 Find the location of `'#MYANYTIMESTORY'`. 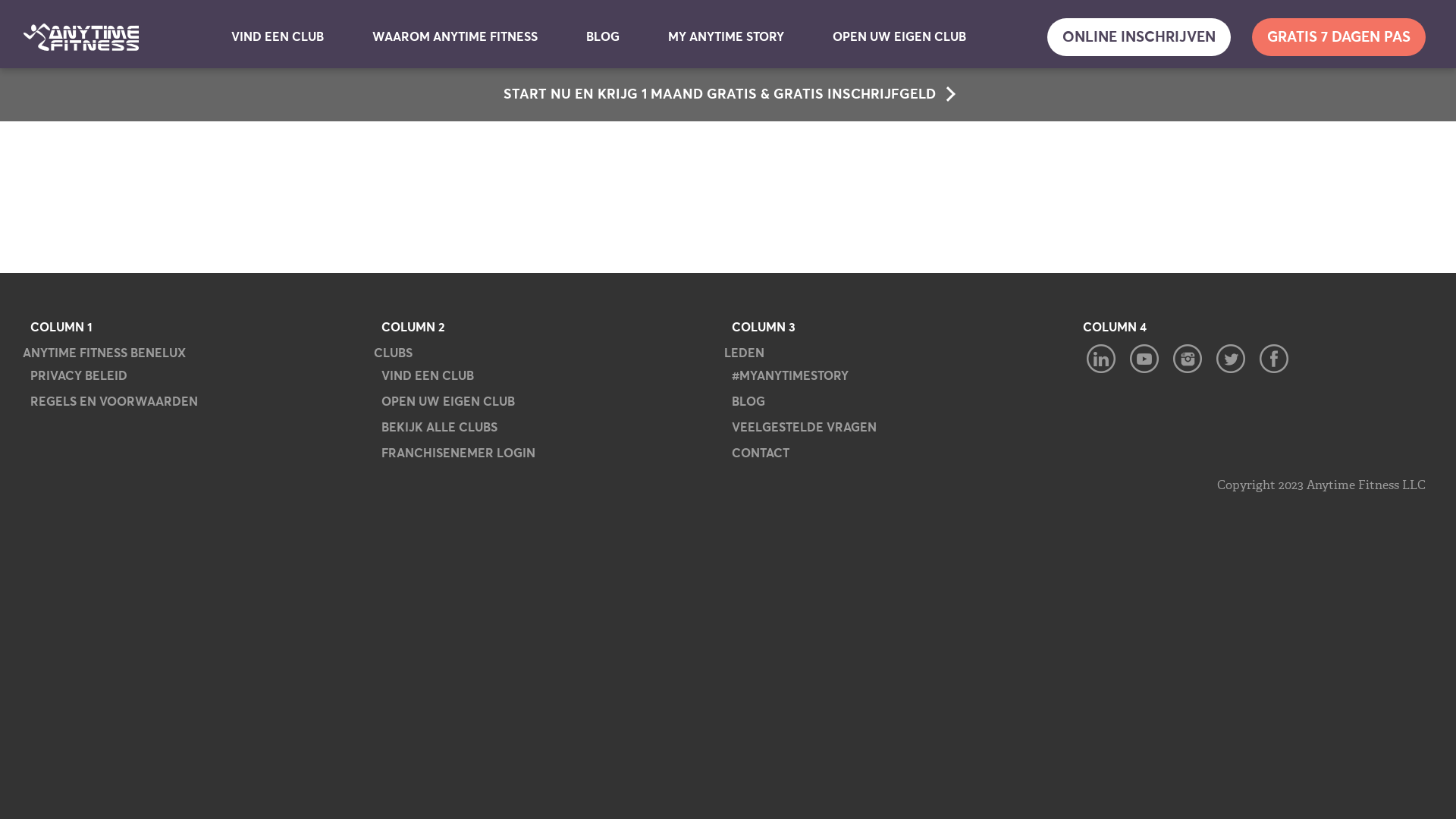

'#MYANYTIMESTORY' is located at coordinates (723, 375).